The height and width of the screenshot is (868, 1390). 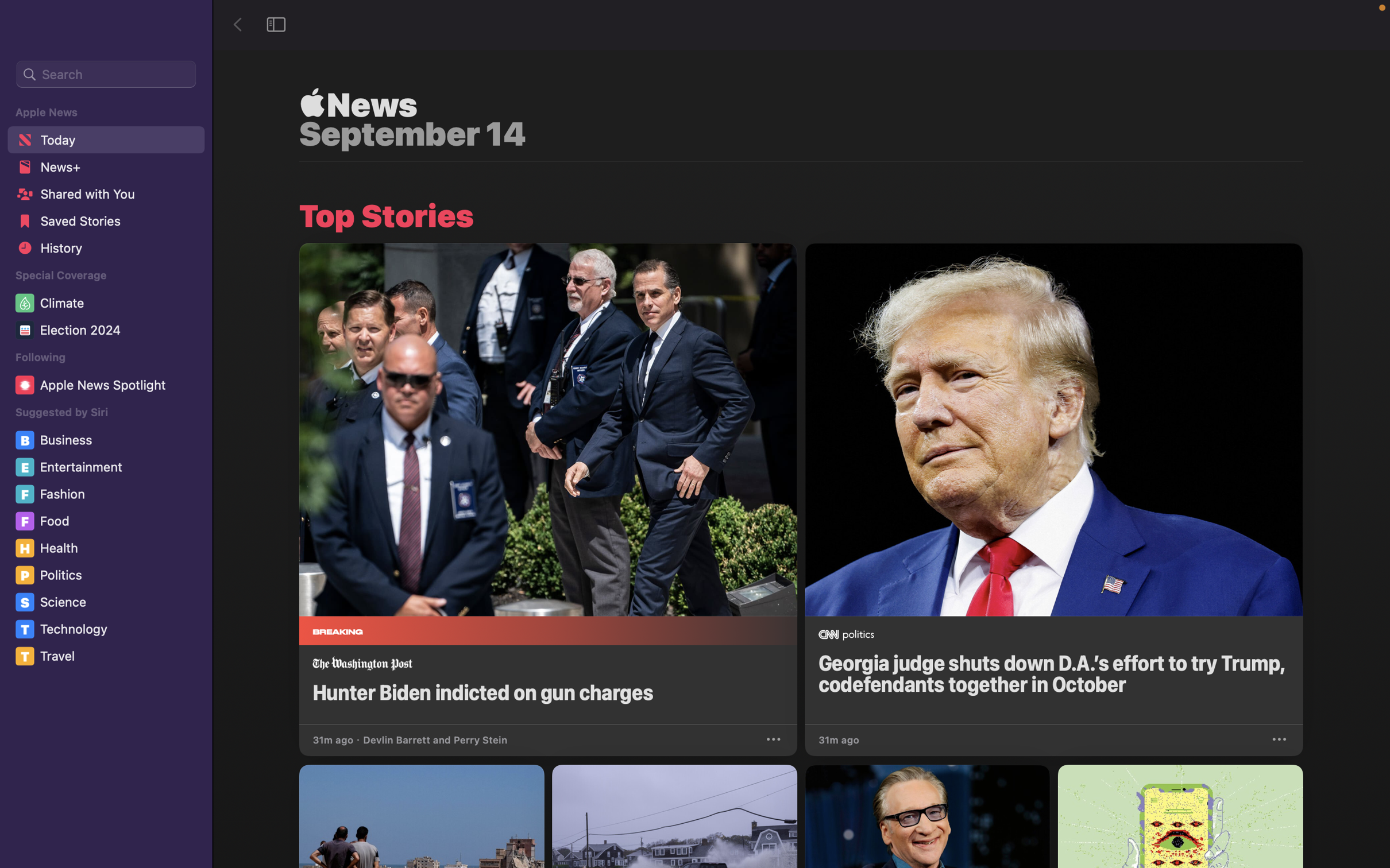 What do you see at coordinates (105, 223) in the screenshot?
I see `the stored news articles` at bounding box center [105, 223].